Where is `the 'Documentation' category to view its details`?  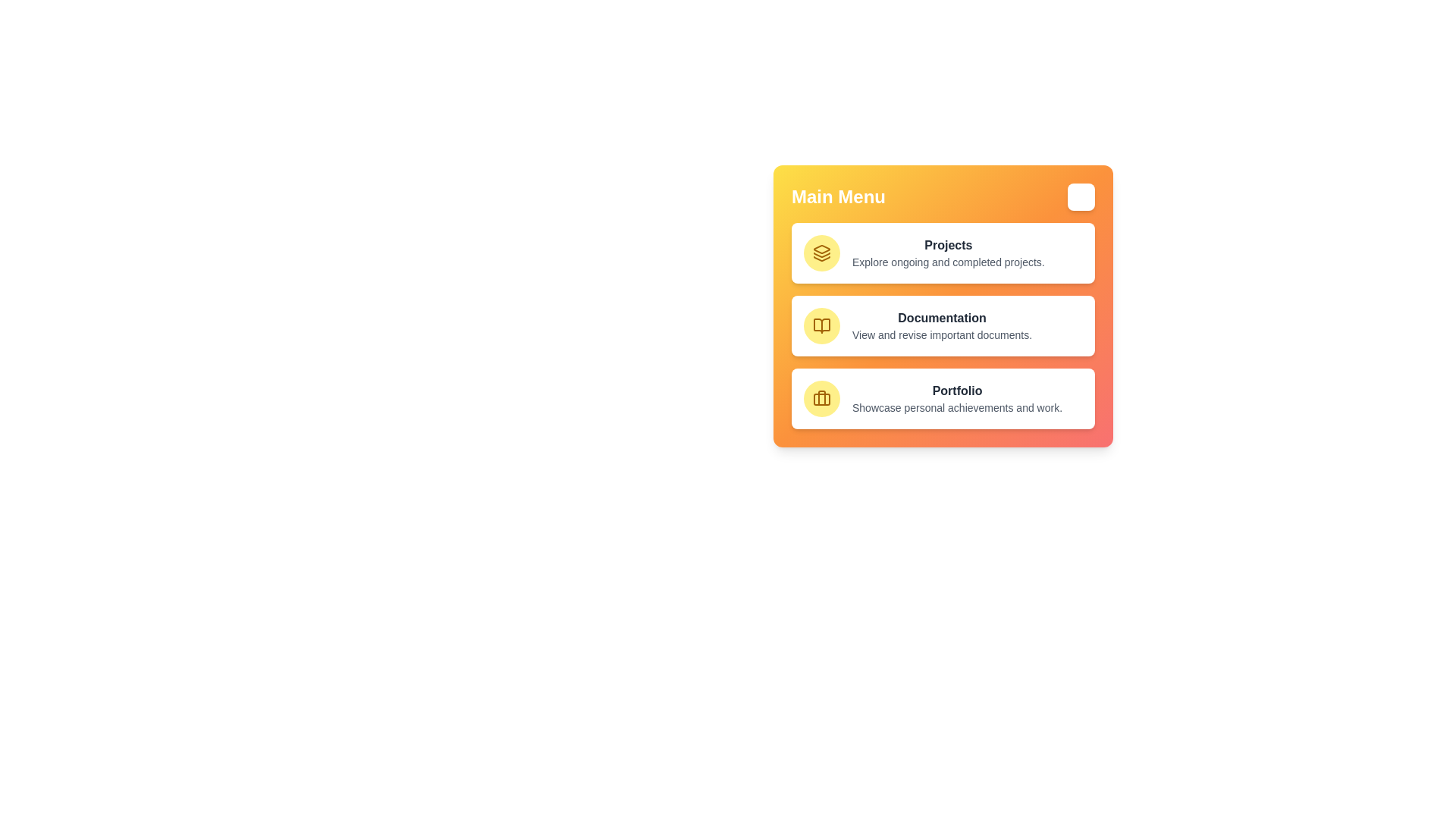
the 'Documentation' category to view its details is located at coordinates (942, 325).